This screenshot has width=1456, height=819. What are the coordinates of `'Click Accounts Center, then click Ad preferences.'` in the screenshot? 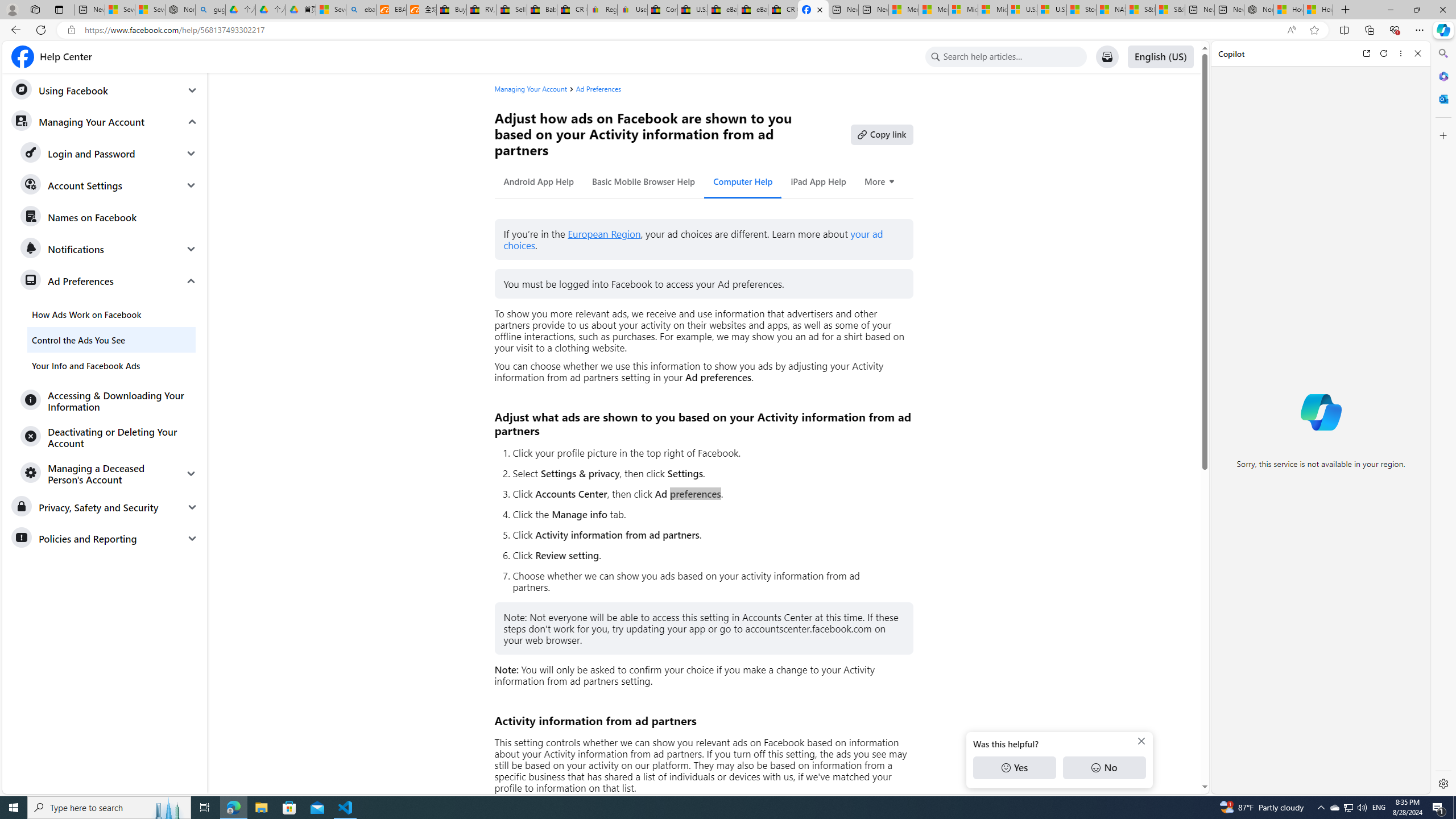 It's located at (707, 494).